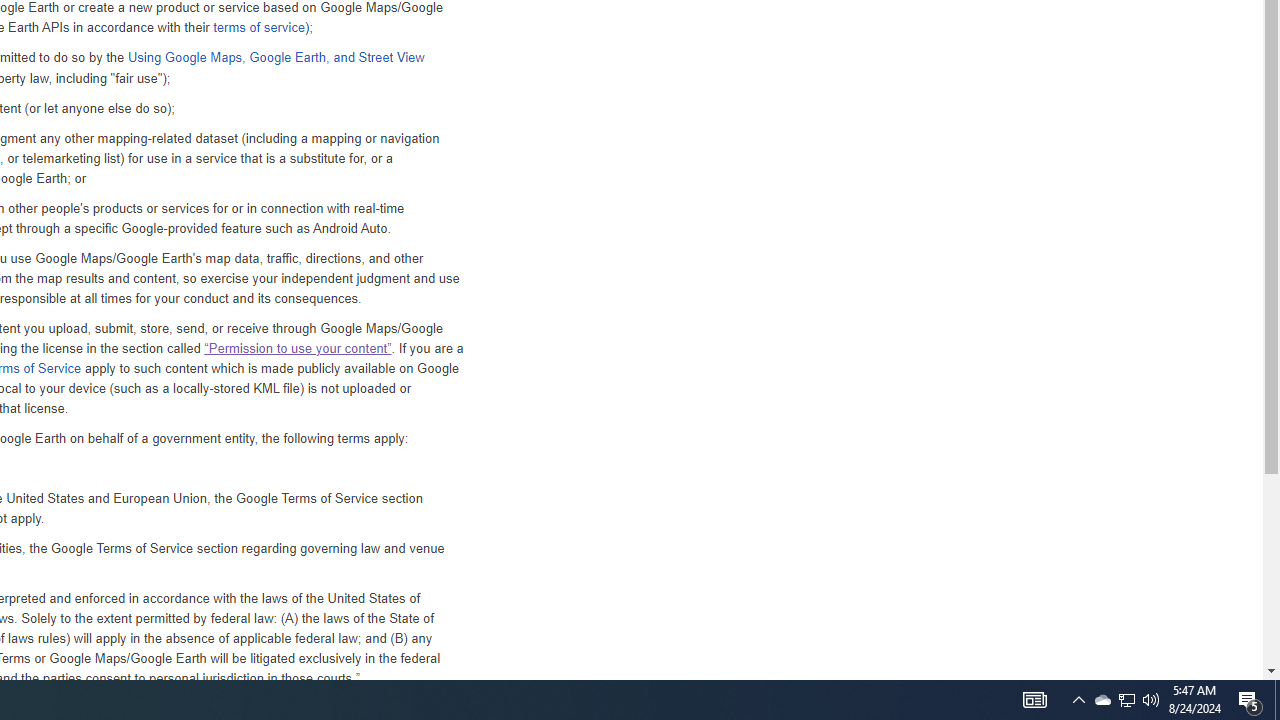  I want to click on 'Using Google Maps, Google Earth, and Street View', so click(274, 56).